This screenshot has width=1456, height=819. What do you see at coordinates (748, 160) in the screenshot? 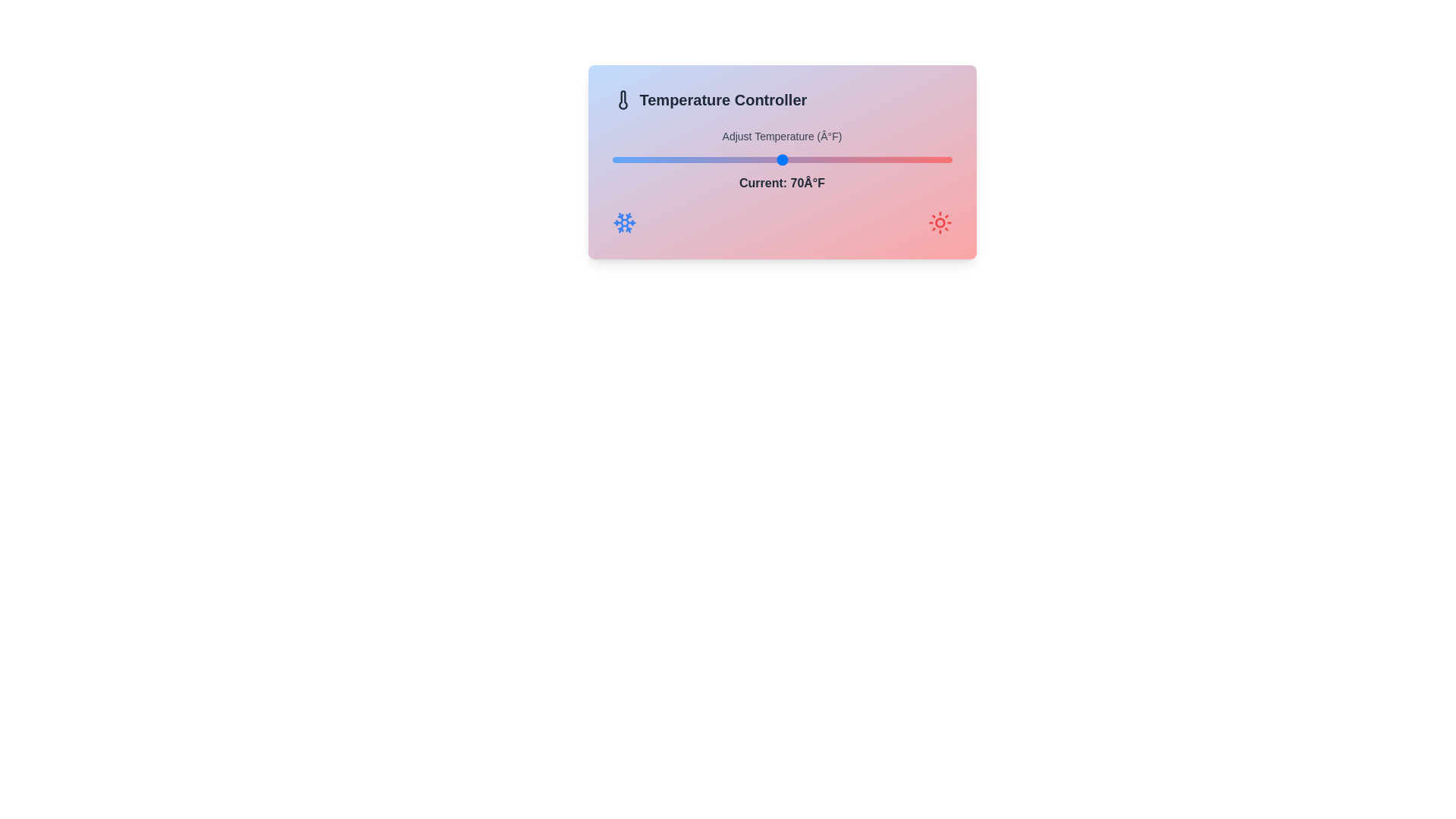
I see `the temperature to 66 degrees Fahrenheit using the slider` at bounding box center [748, 160].